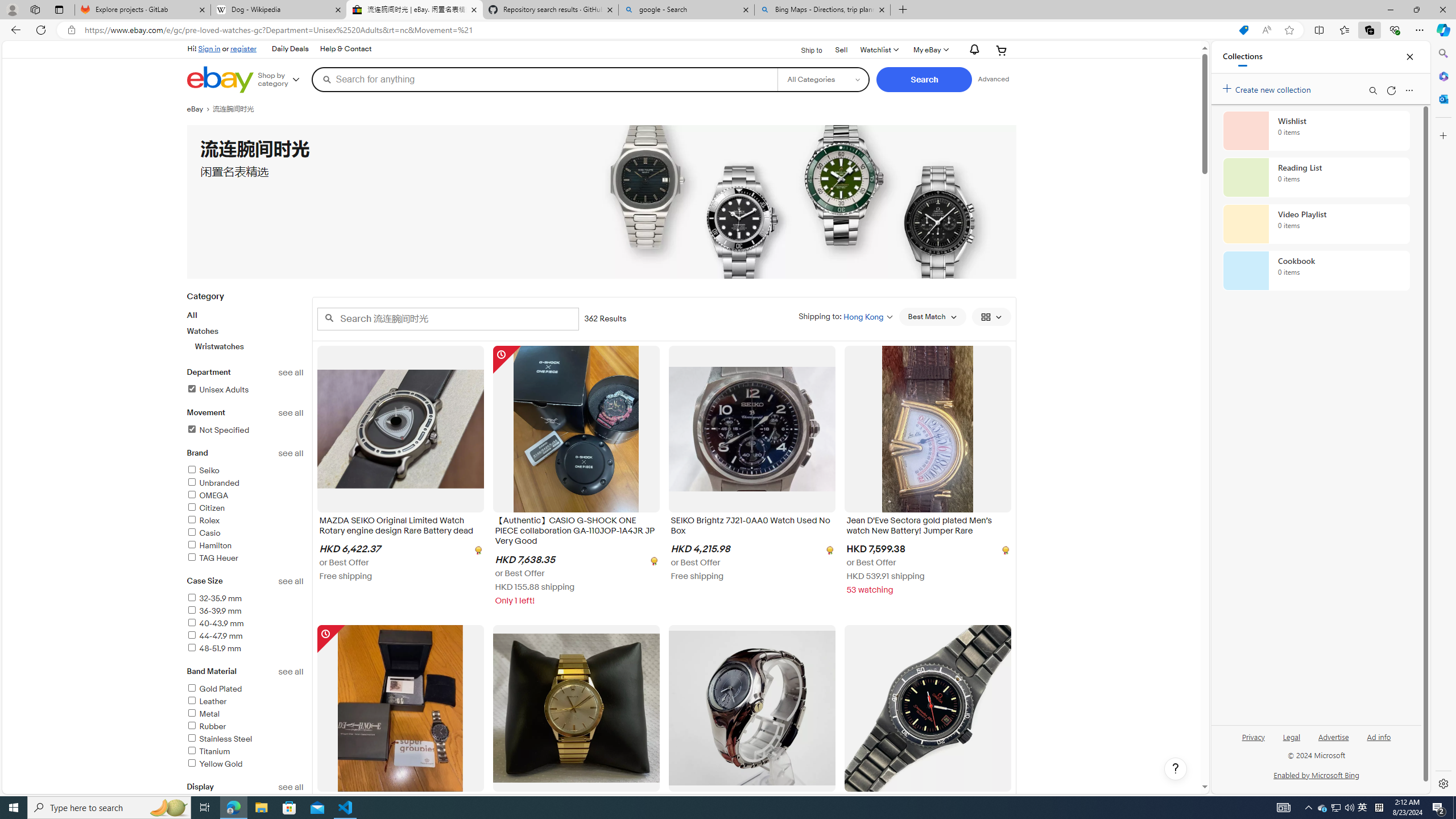 This screenshot has width=1456, height=819. Describe the element at coordinates (345, 49) in the screenshot. I see `'Help & Contact'` at that location.